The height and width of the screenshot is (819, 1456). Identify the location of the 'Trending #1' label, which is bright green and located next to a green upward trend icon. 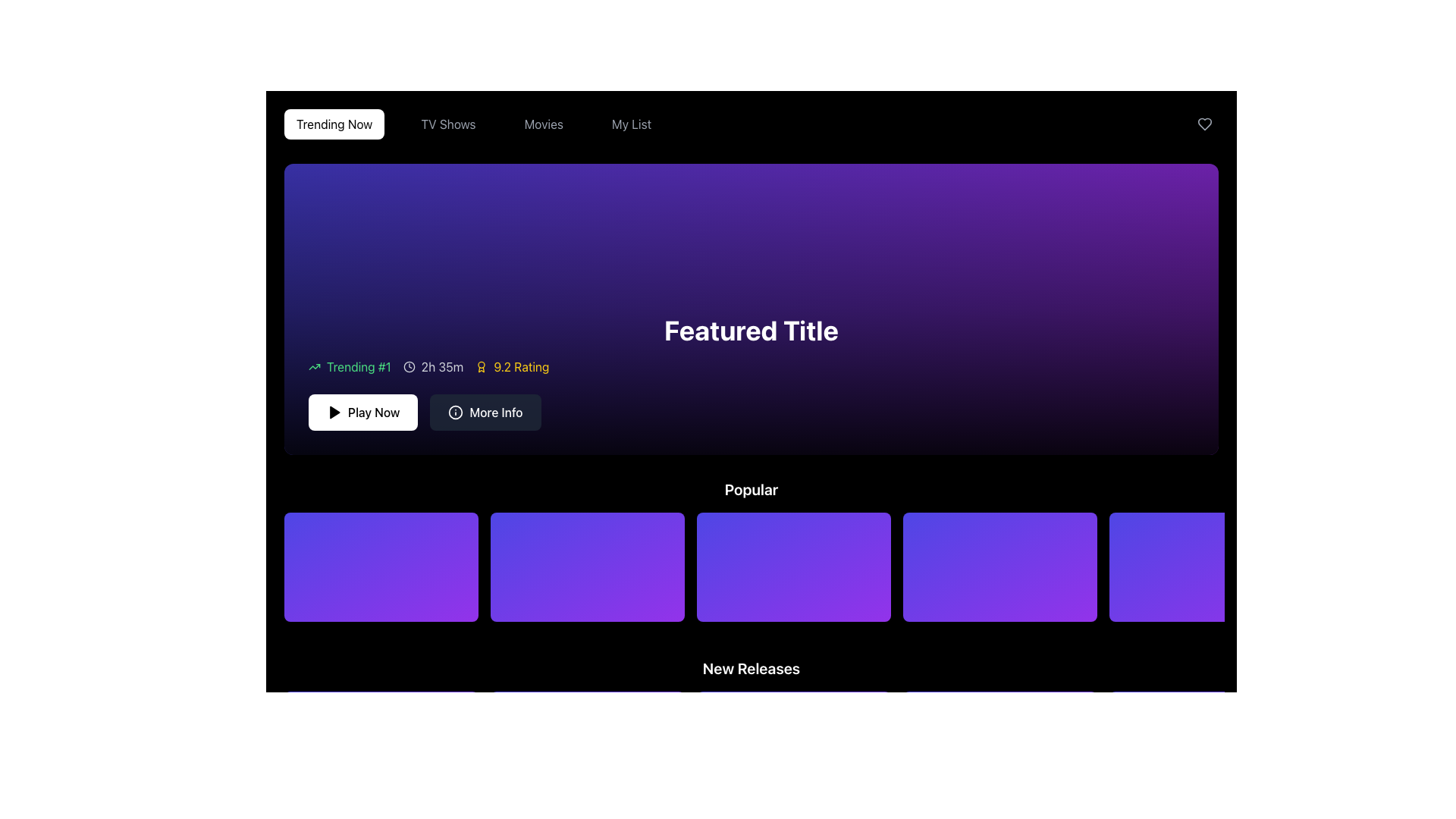
(358, 366).